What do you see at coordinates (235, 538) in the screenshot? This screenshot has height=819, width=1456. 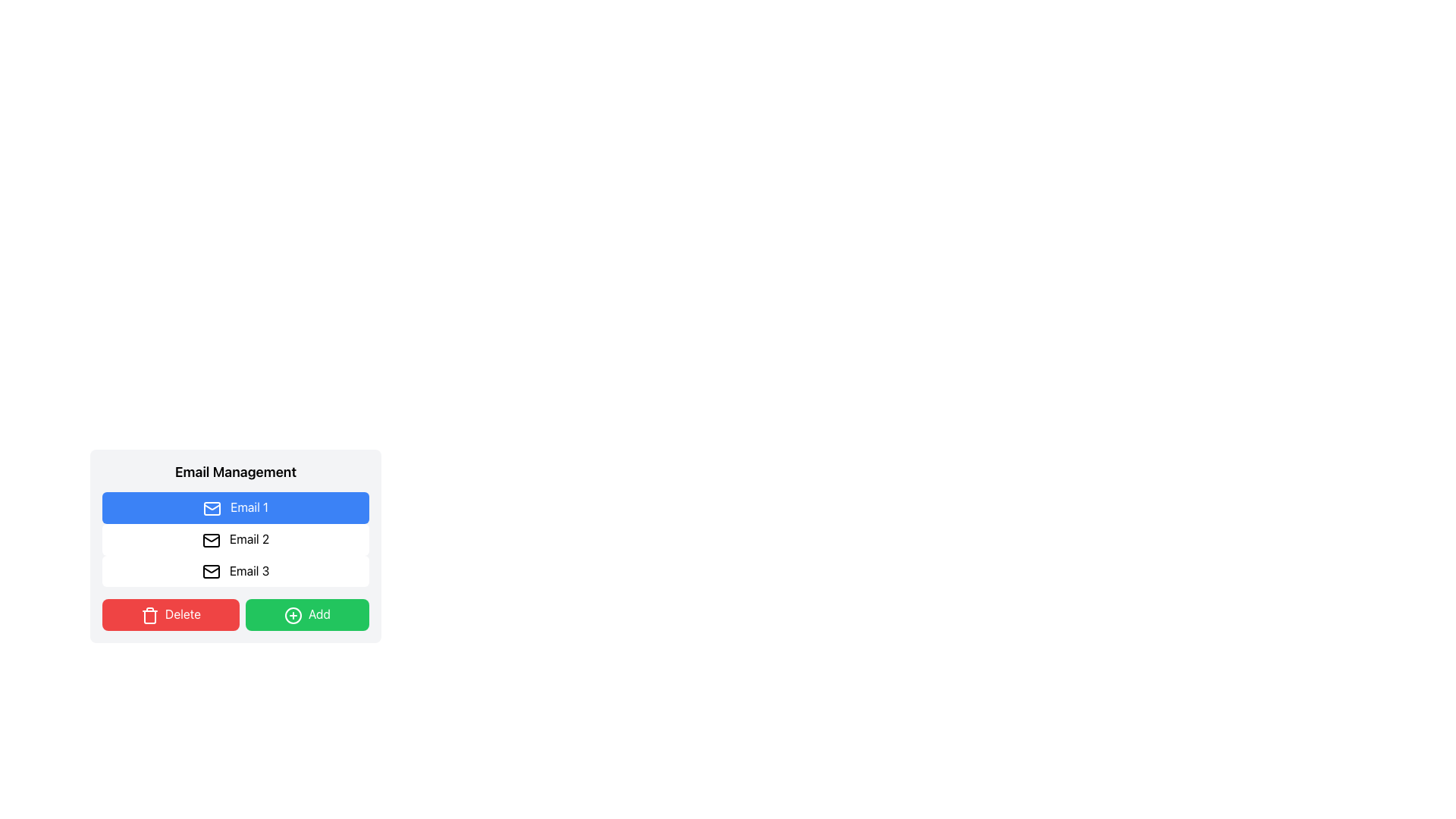 I see `an item in the list of email options ('Email 1', 'Email 2', 'Email 3') located in the 'Email Management' section` at bounding box center [235, 538].